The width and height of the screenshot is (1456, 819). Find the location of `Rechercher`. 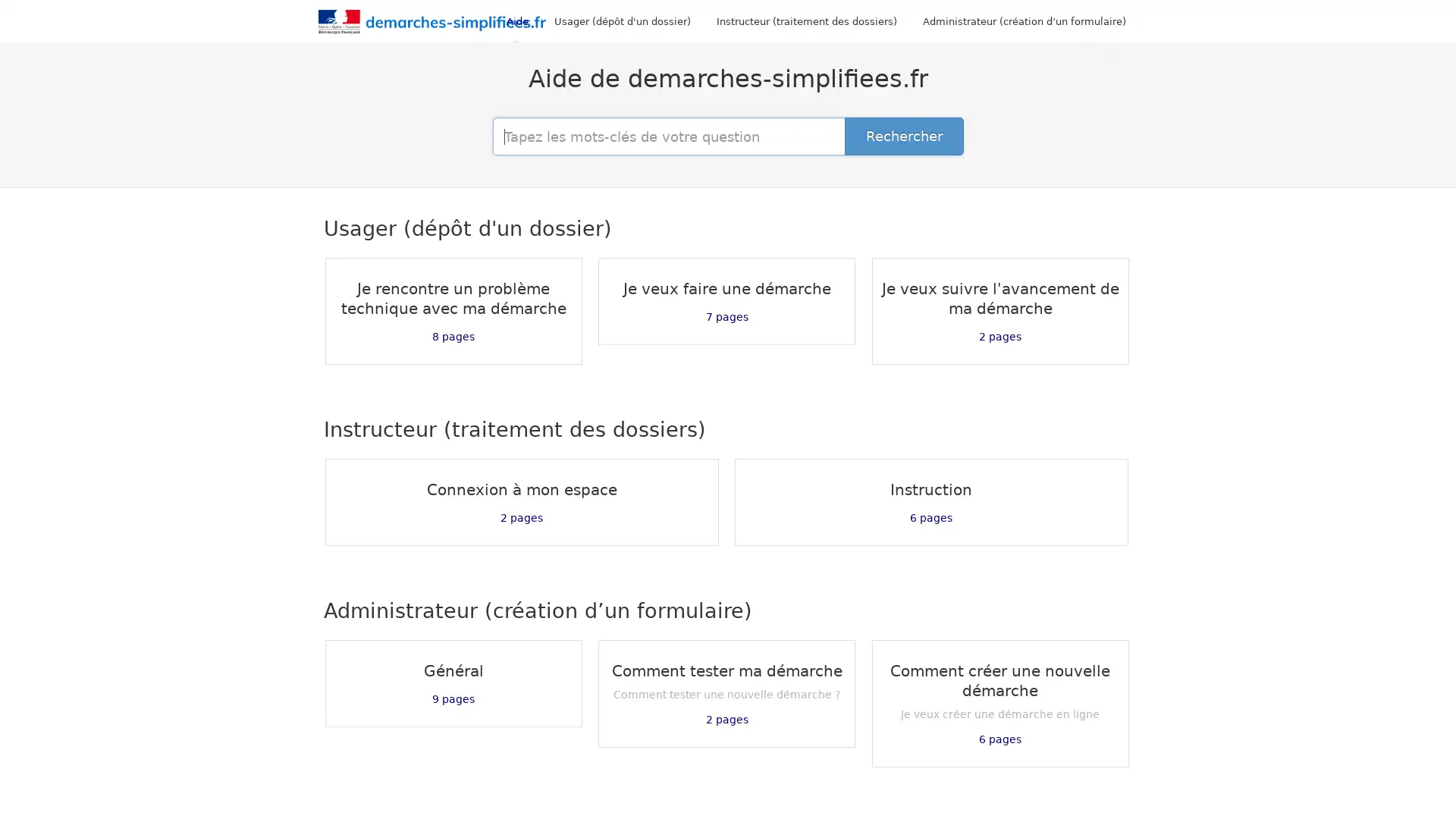

Rechercher is located at coordinates (904, 136).